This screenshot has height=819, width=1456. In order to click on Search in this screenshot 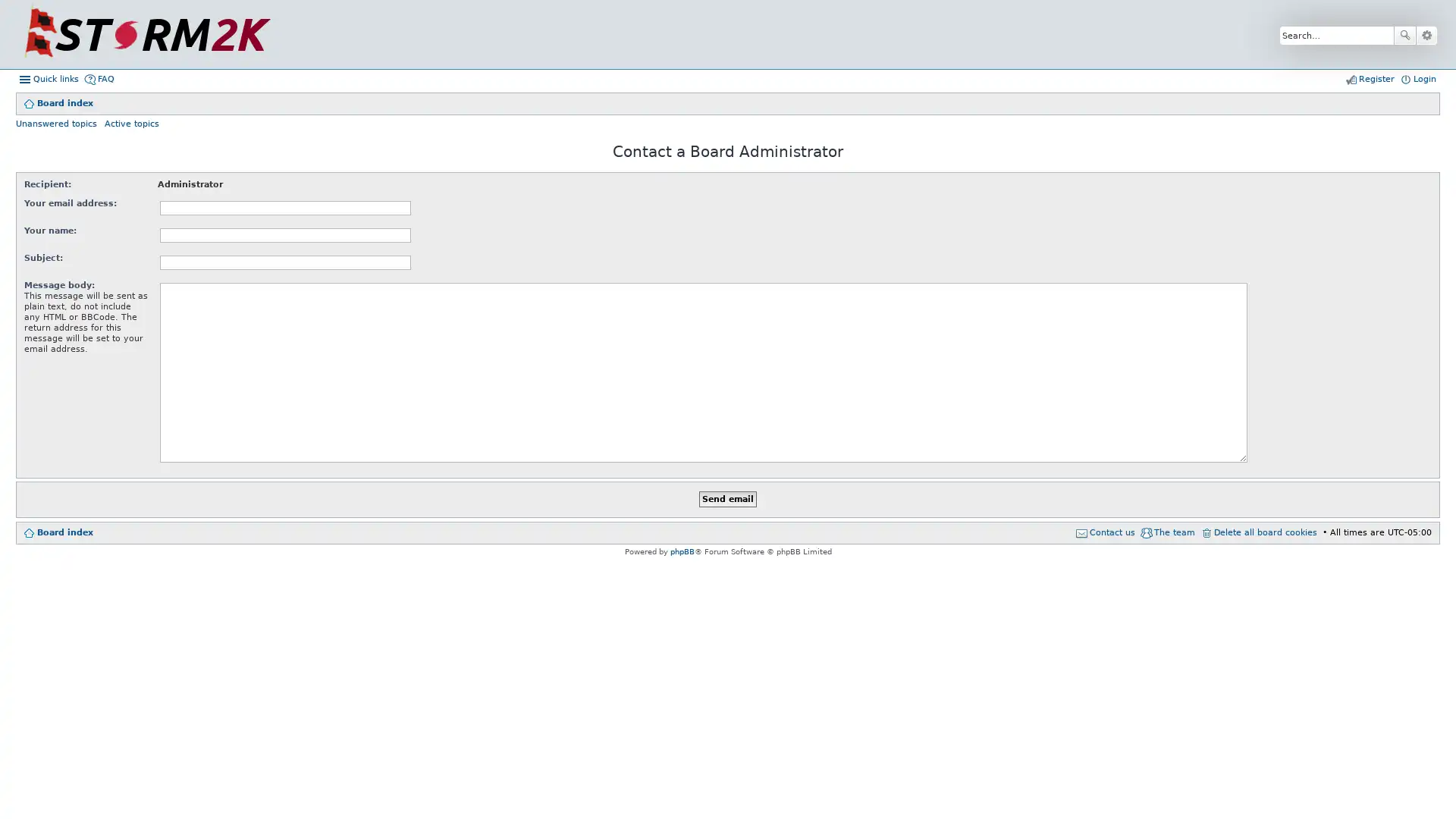, I will do `click(1404, 34)`.